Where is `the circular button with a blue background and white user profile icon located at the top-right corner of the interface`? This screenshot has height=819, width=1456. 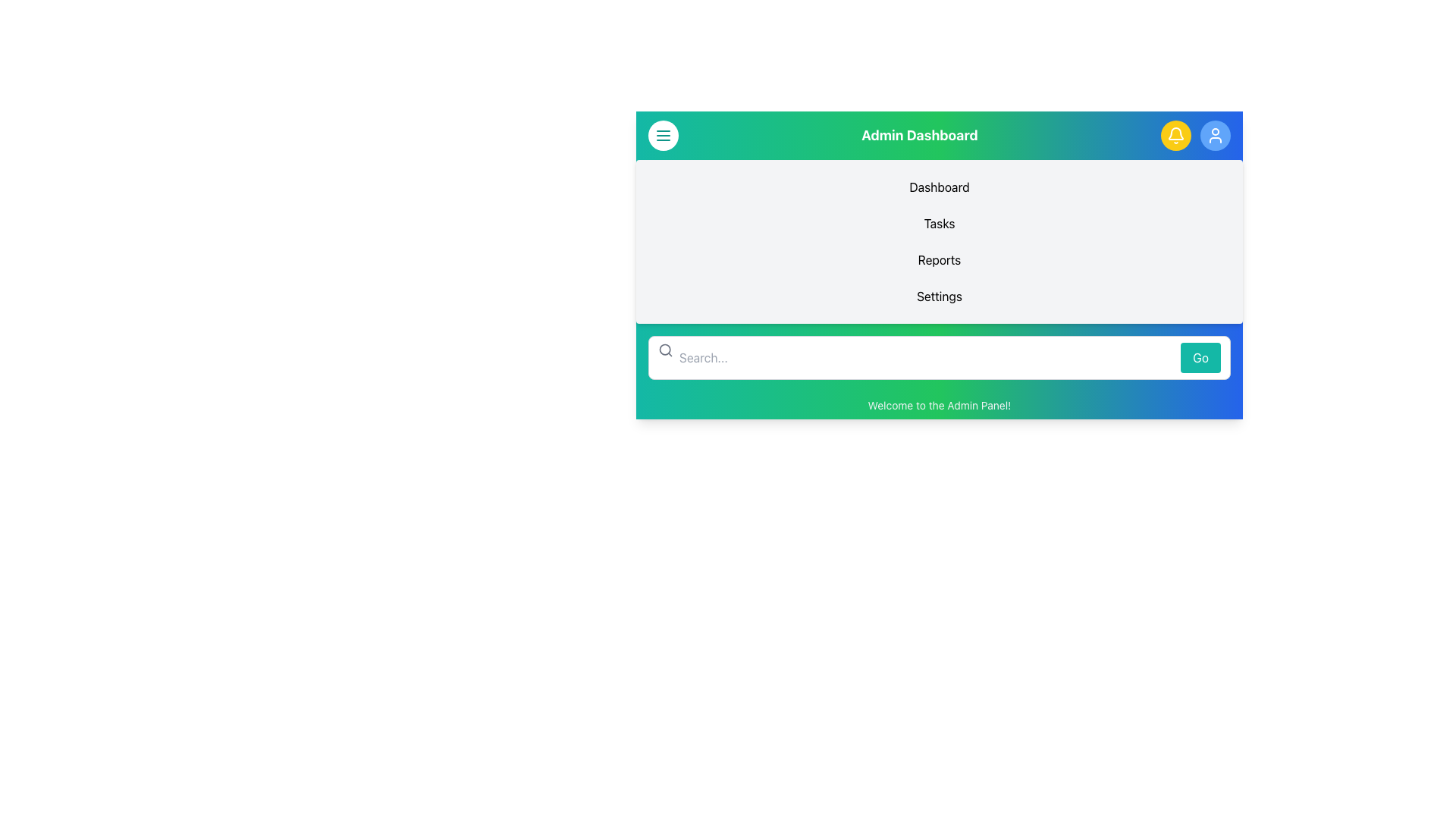 the circular button with a blue background and white user profile icon located at the top-right corner of the interface is located at coordinates (1216, 134).